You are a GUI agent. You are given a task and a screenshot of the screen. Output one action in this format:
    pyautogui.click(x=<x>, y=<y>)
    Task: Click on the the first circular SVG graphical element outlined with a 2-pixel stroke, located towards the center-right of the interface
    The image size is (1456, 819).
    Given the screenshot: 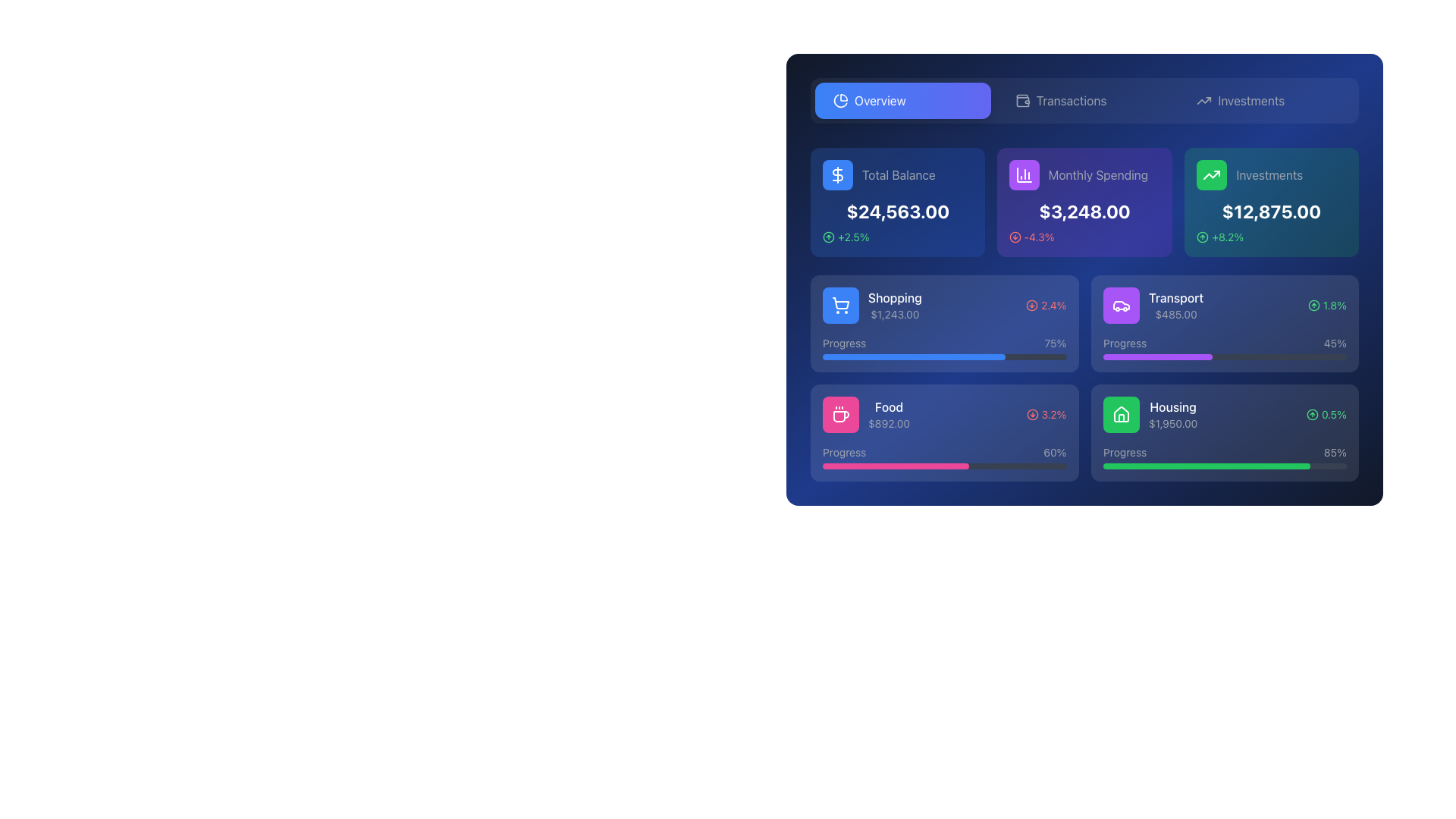 What is the action you would take?
    pyautogui.click(x=1031, y=415)
    